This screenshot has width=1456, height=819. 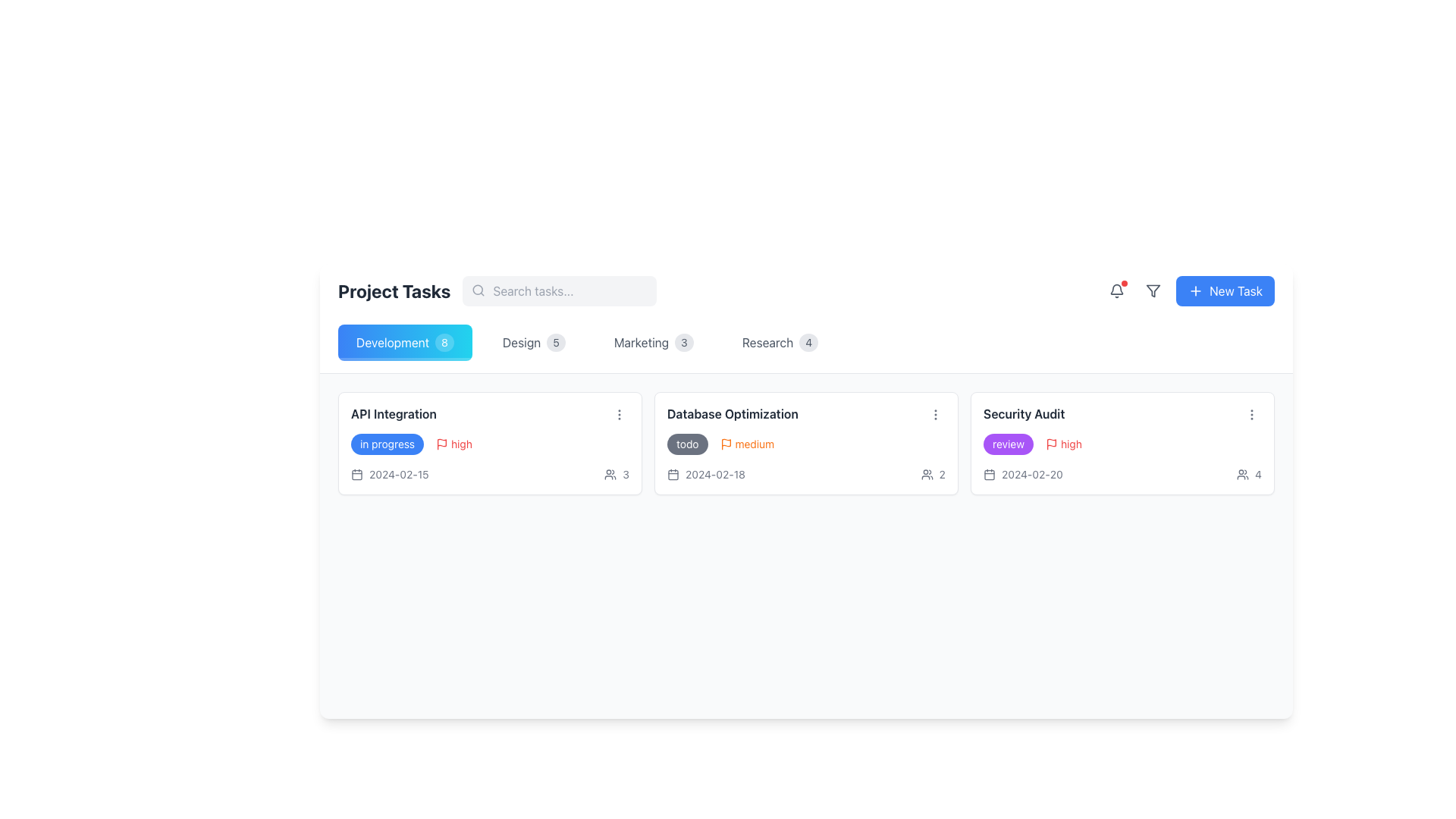 What do you see at coordinates (399, 473) in the screenshot?
I see `the text label displaying the specific date located in the lower section of the 'API Integration' task card under 'Development', positioned to the right of the calendar icon` at bounding box center [399, 473].